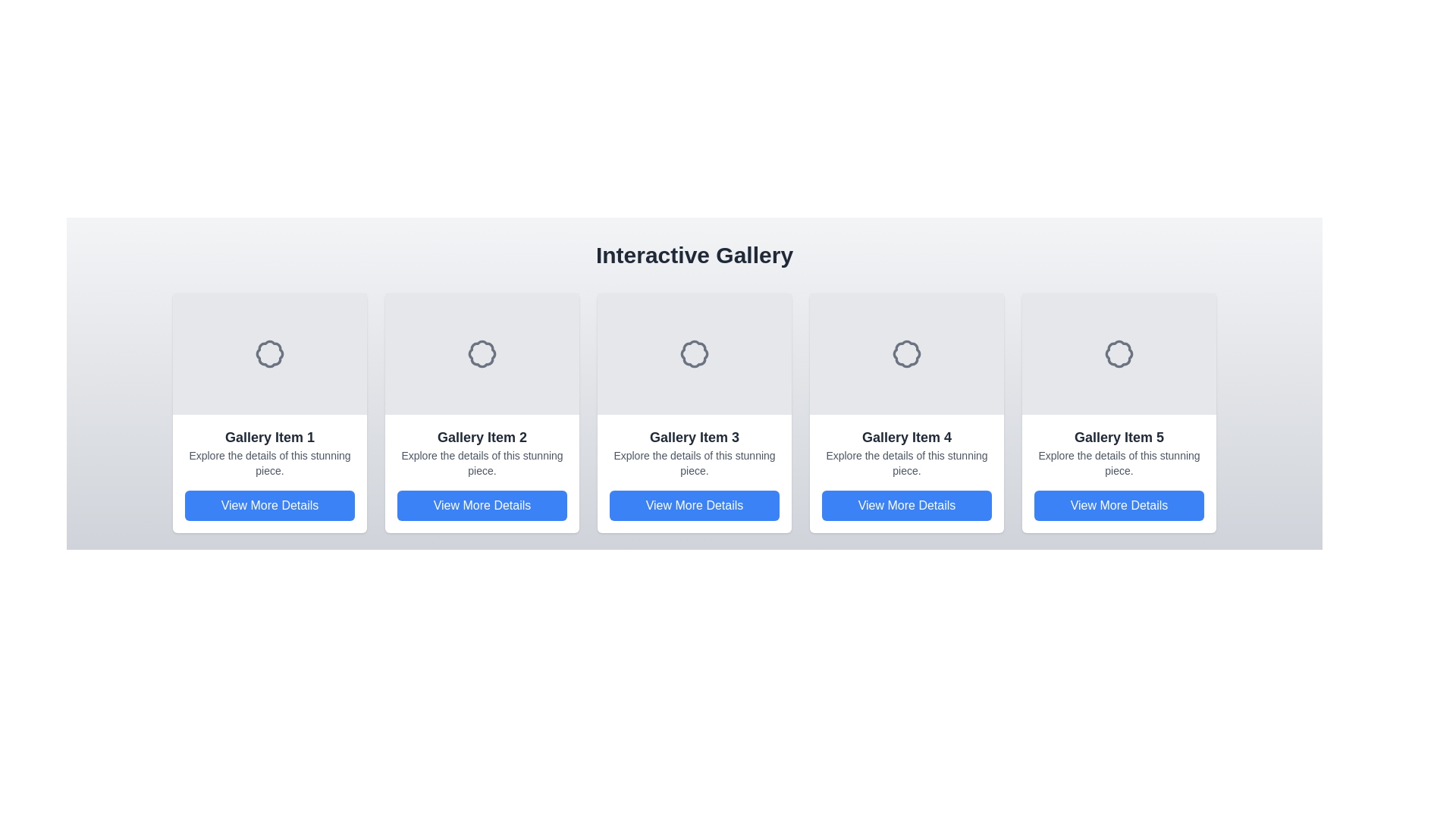 This screenshot has height=819, width=1456. I want to click on the blue button labeled 'View More Details' located at the bottom of the third card in the gallery, so click(694, 506).